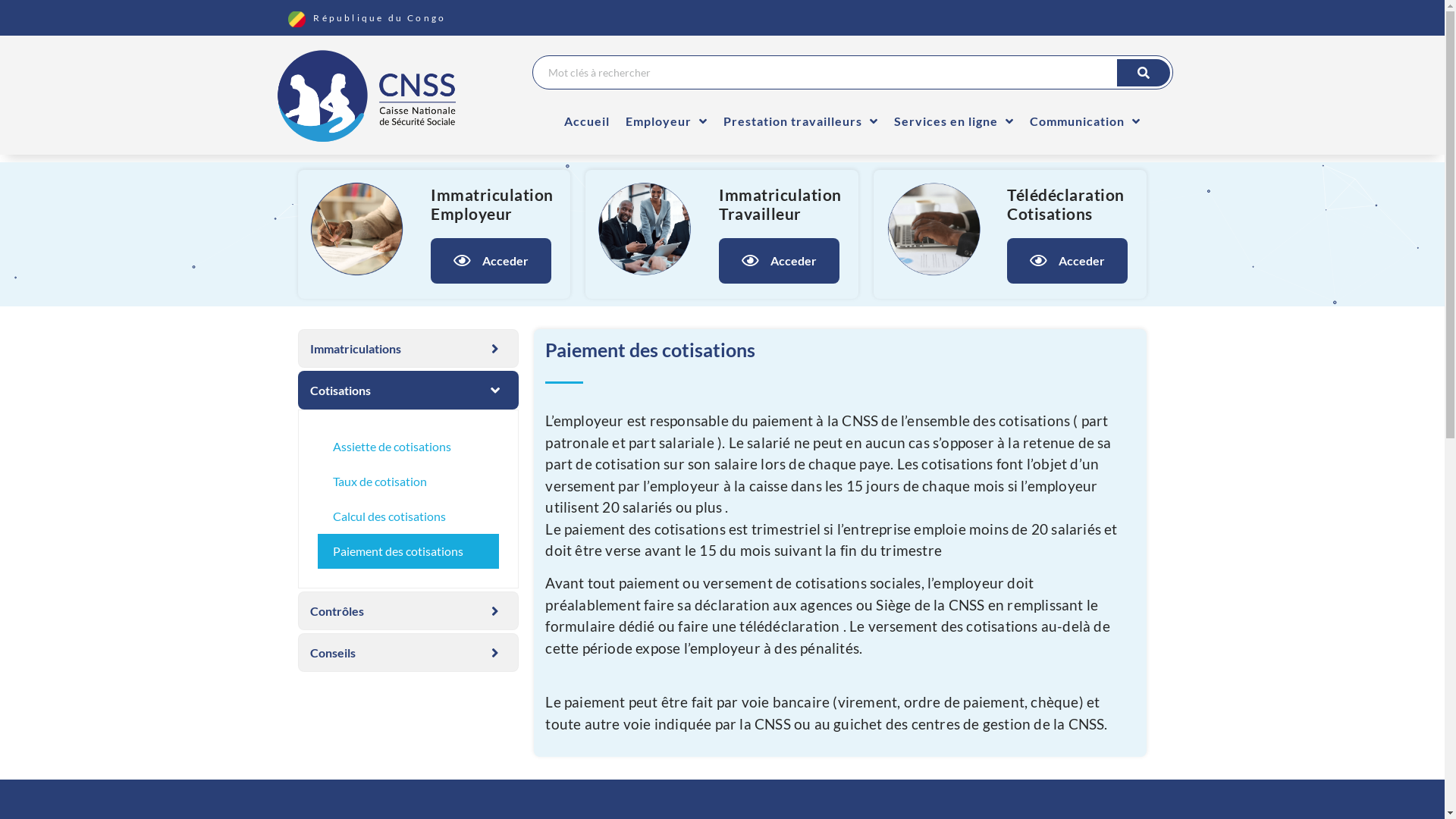 The height and width of the screenshot is (819, 1456). What do you see at coordinates (800, 120) in the screenshot?
I see `'Prestation travailleurs'` at bounding box center [800, 120].